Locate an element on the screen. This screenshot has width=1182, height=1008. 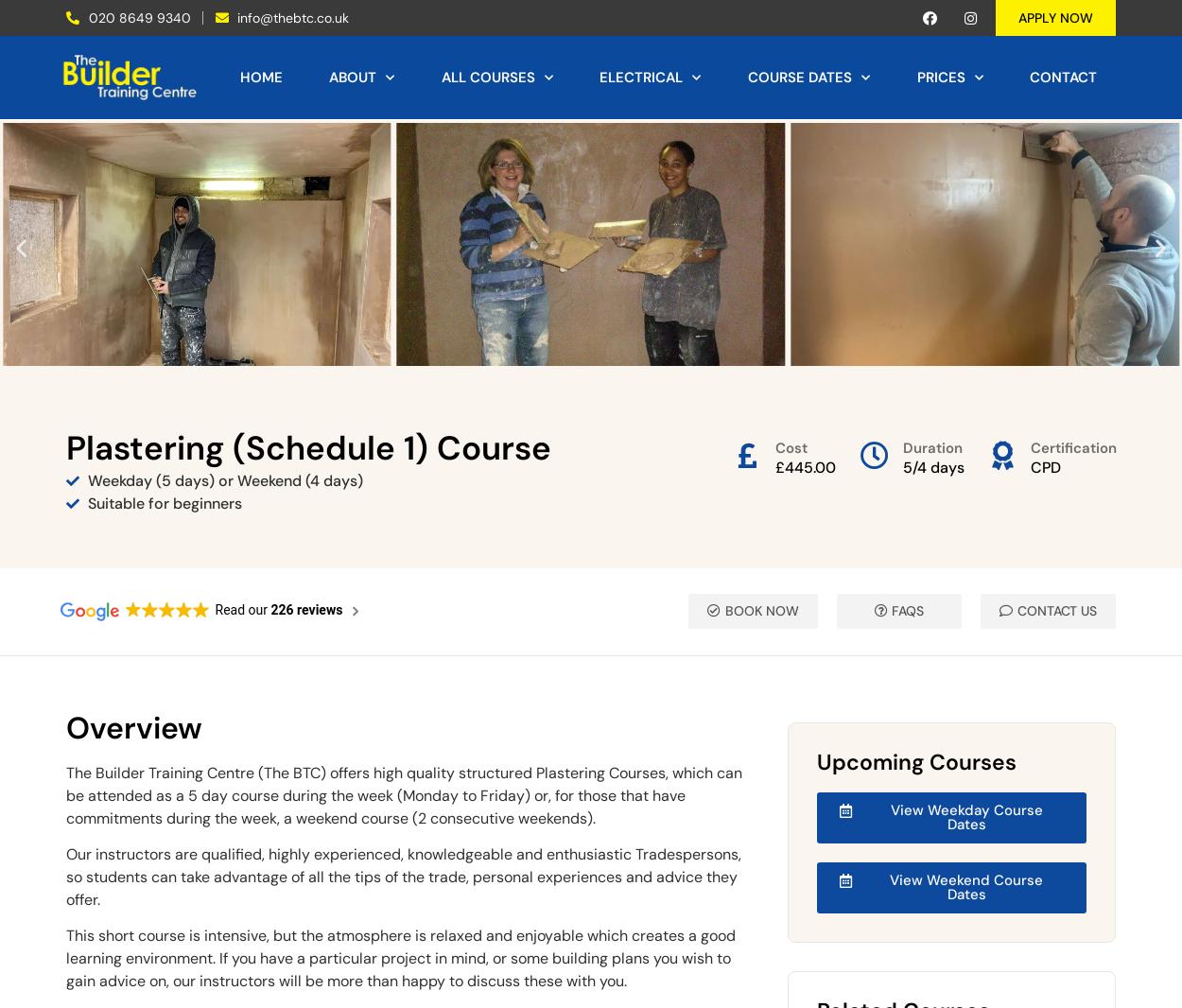
'Plastering (Schedule 1) Course' is located at coordinates (307, 446).